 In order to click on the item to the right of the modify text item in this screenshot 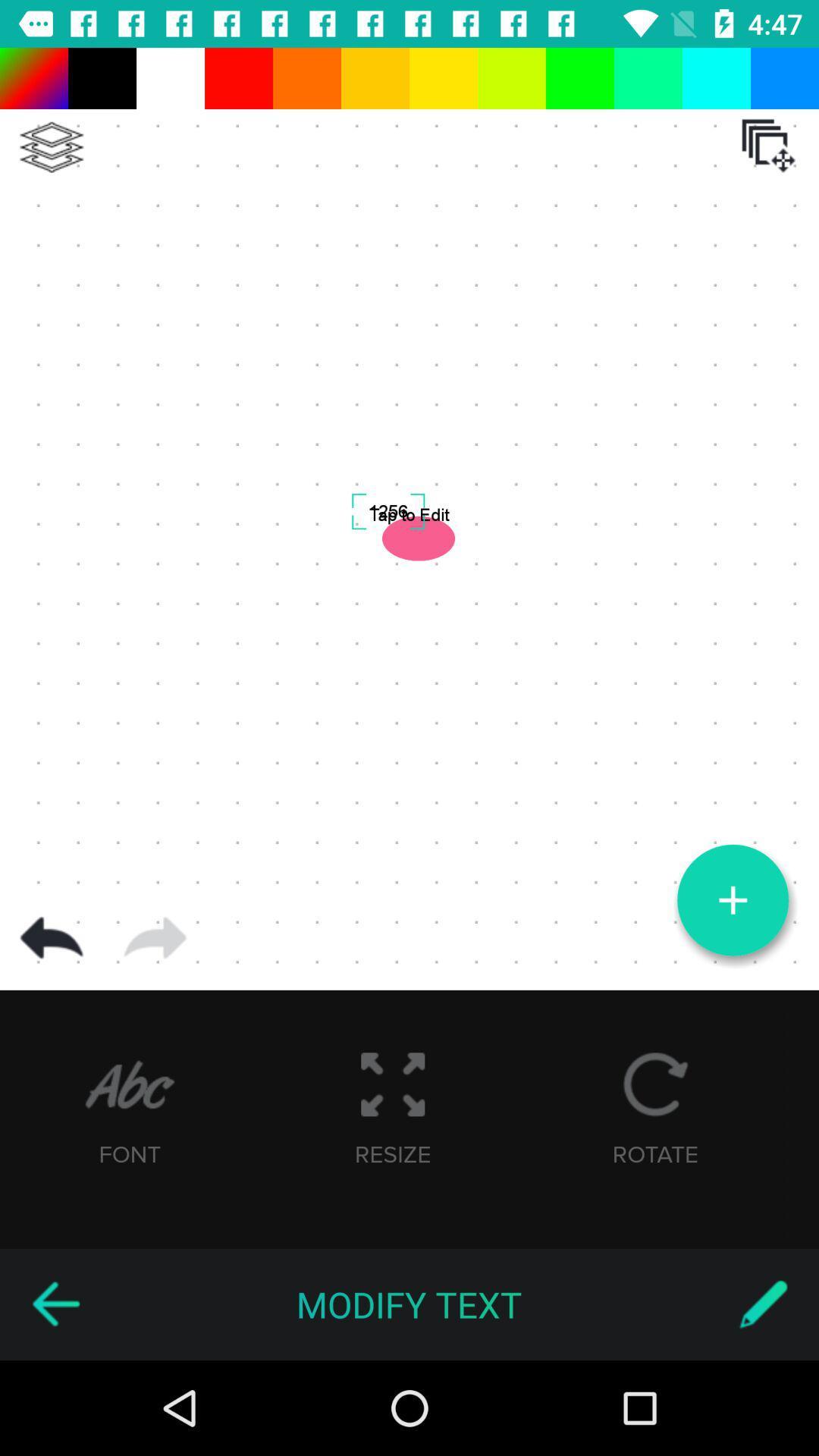, I will do `click(763, 1304)`.